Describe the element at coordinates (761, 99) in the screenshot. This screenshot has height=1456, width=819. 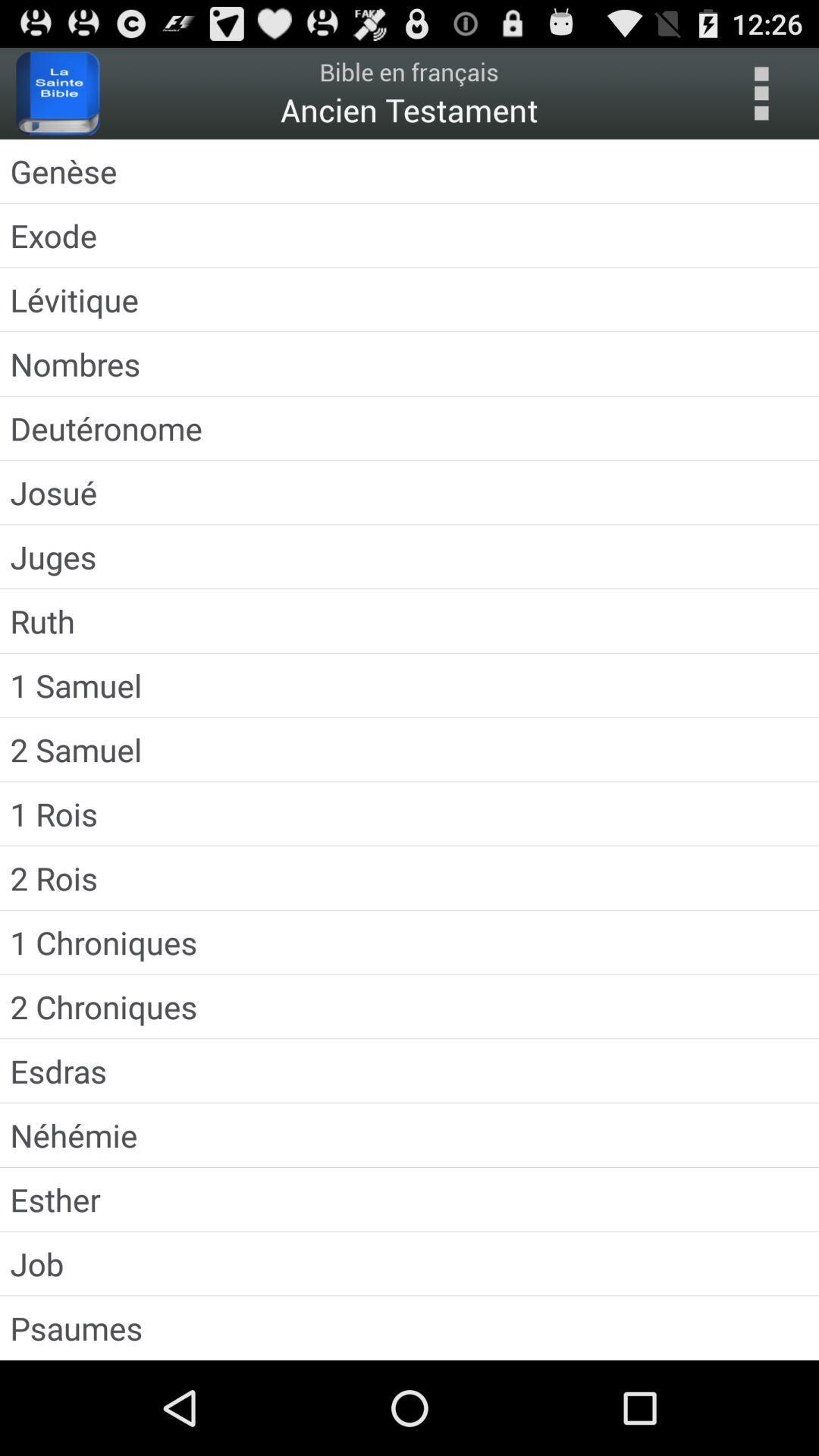
I see `the more icon` at that location.